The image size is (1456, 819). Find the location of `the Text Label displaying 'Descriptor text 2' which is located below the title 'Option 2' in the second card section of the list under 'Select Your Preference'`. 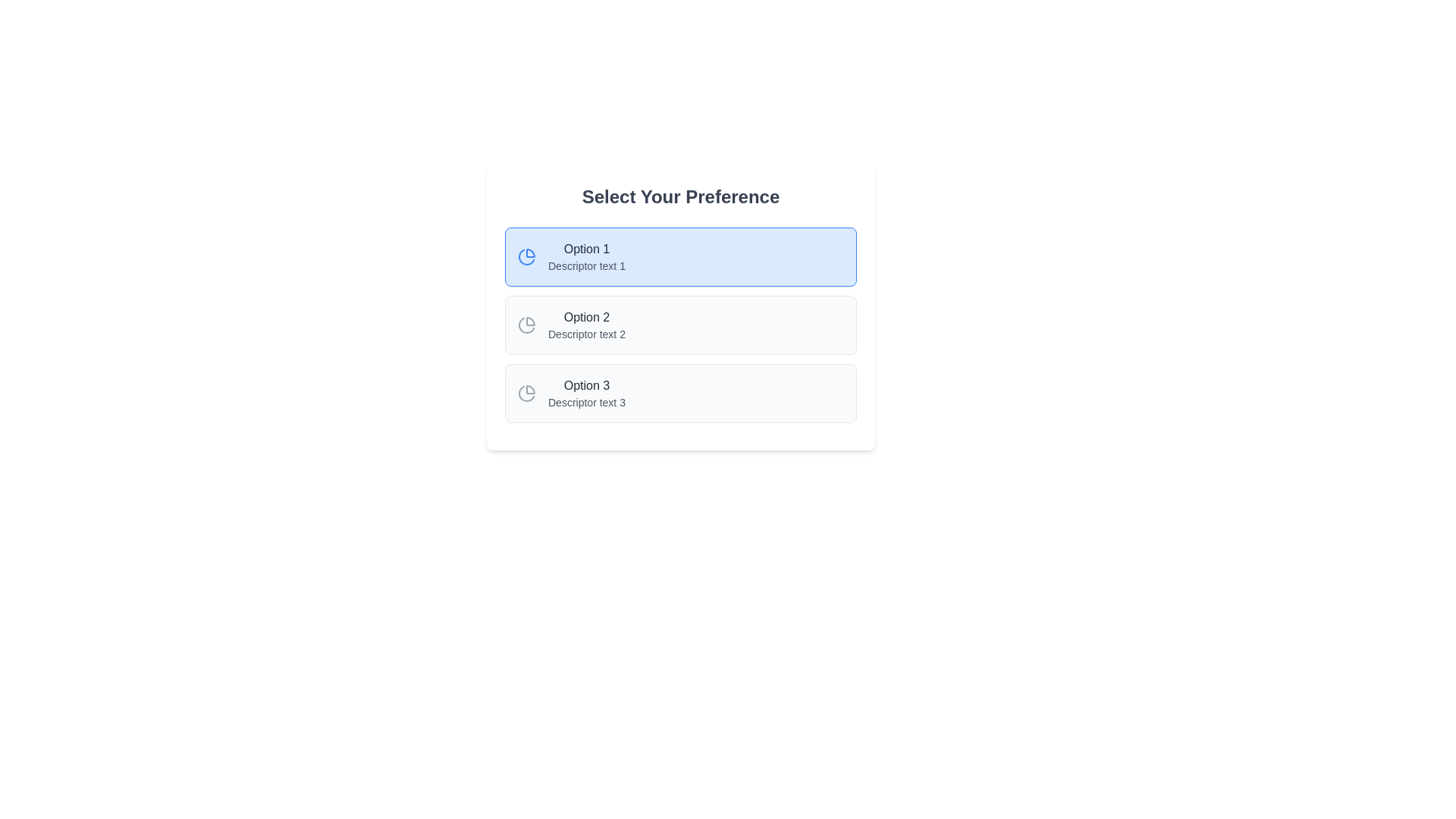

the Text Label displaying 'Descriptor text 2' which is located below the title 'Option 2' in the second card section of the list under 'Select Your Preference' is located at coordinates (585, 333).